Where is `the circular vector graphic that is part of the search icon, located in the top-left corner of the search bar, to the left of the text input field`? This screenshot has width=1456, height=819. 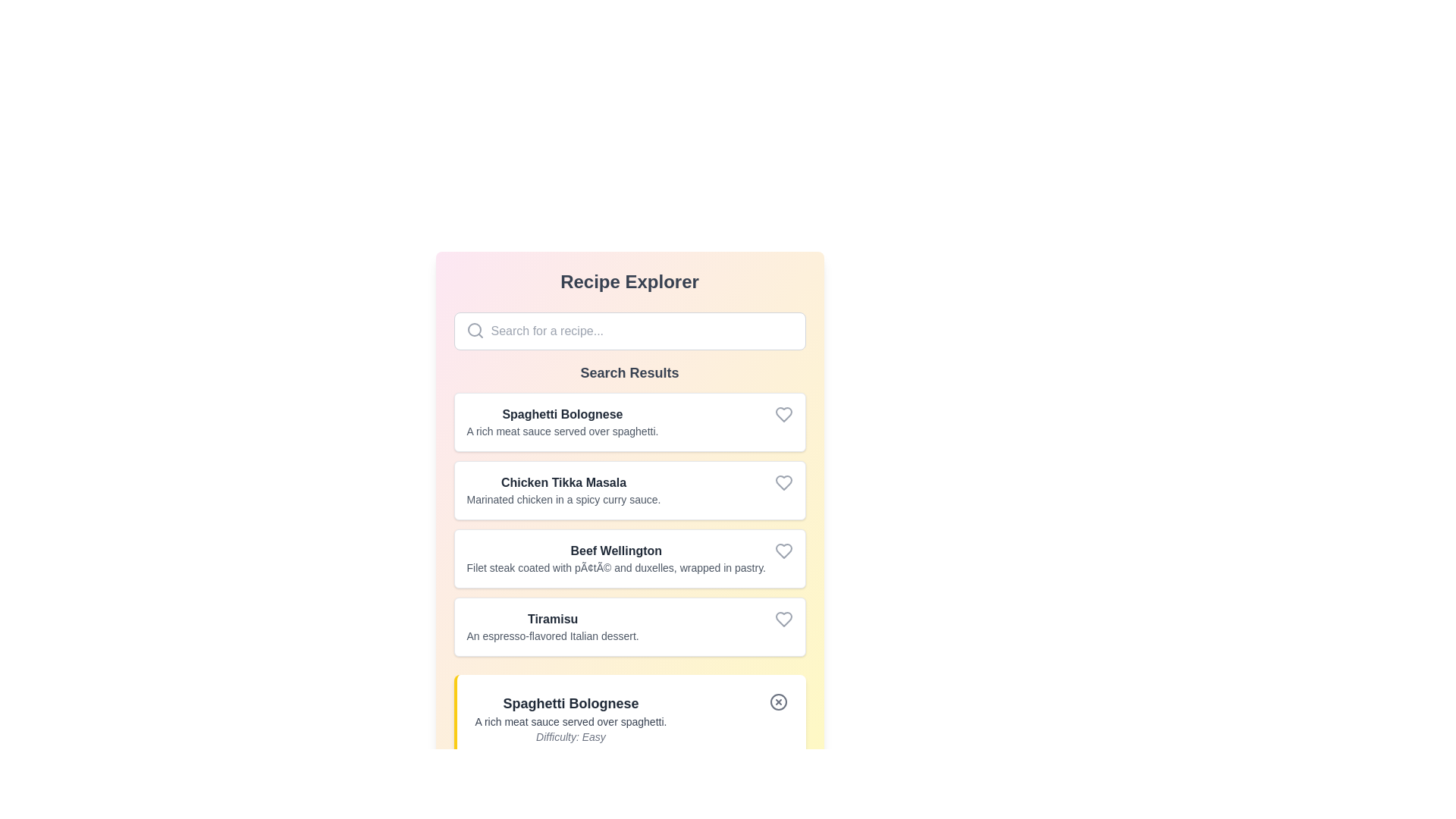 the circular vector graphic that is part of the search icon, located in the top-left corner of the search bar, to the left of the text input field is located at coordinates (473, 329).